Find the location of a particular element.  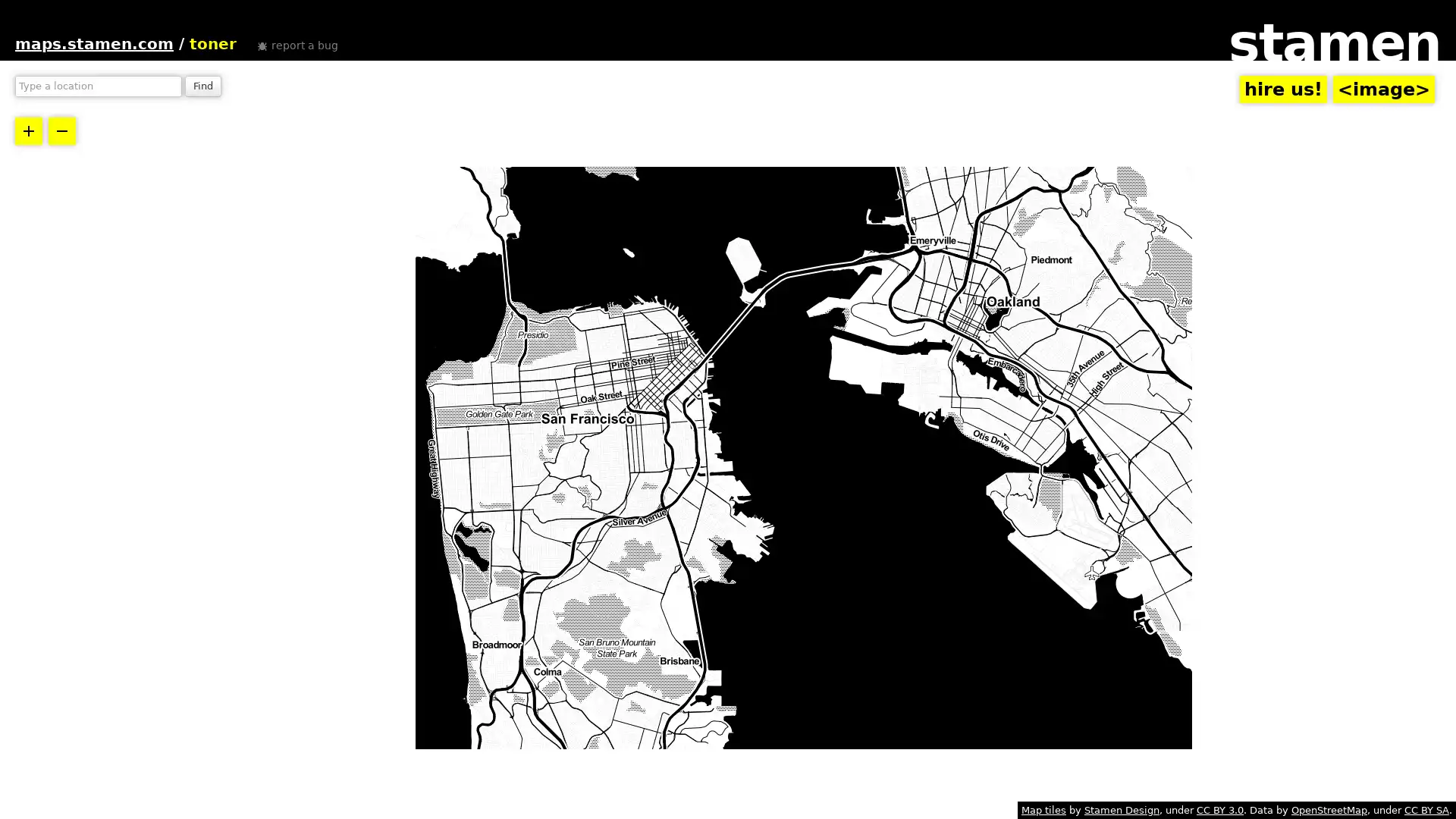

Find is located at coordinates (202, 86).